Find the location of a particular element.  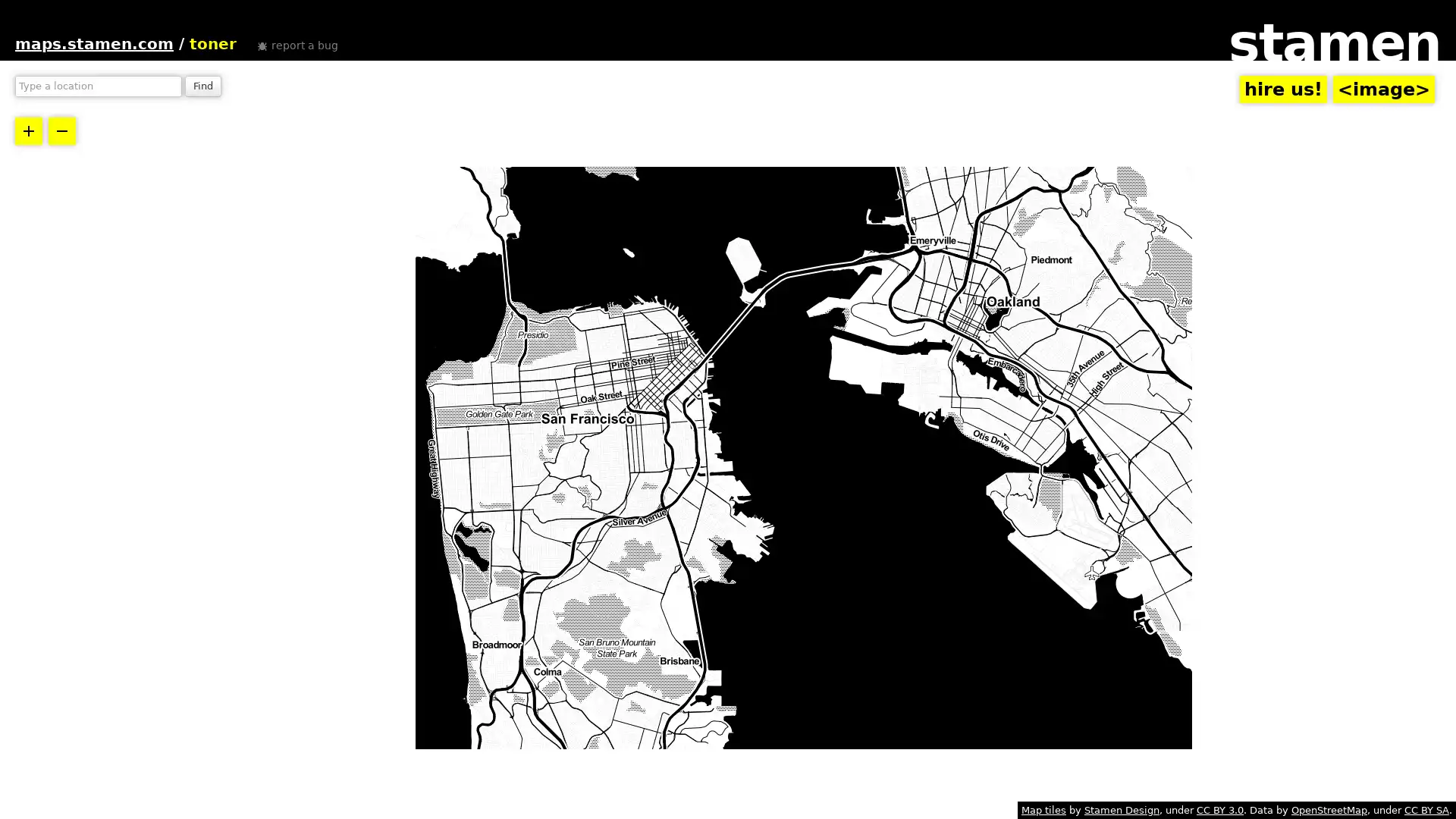

Find is located at coordinates (202, 86).